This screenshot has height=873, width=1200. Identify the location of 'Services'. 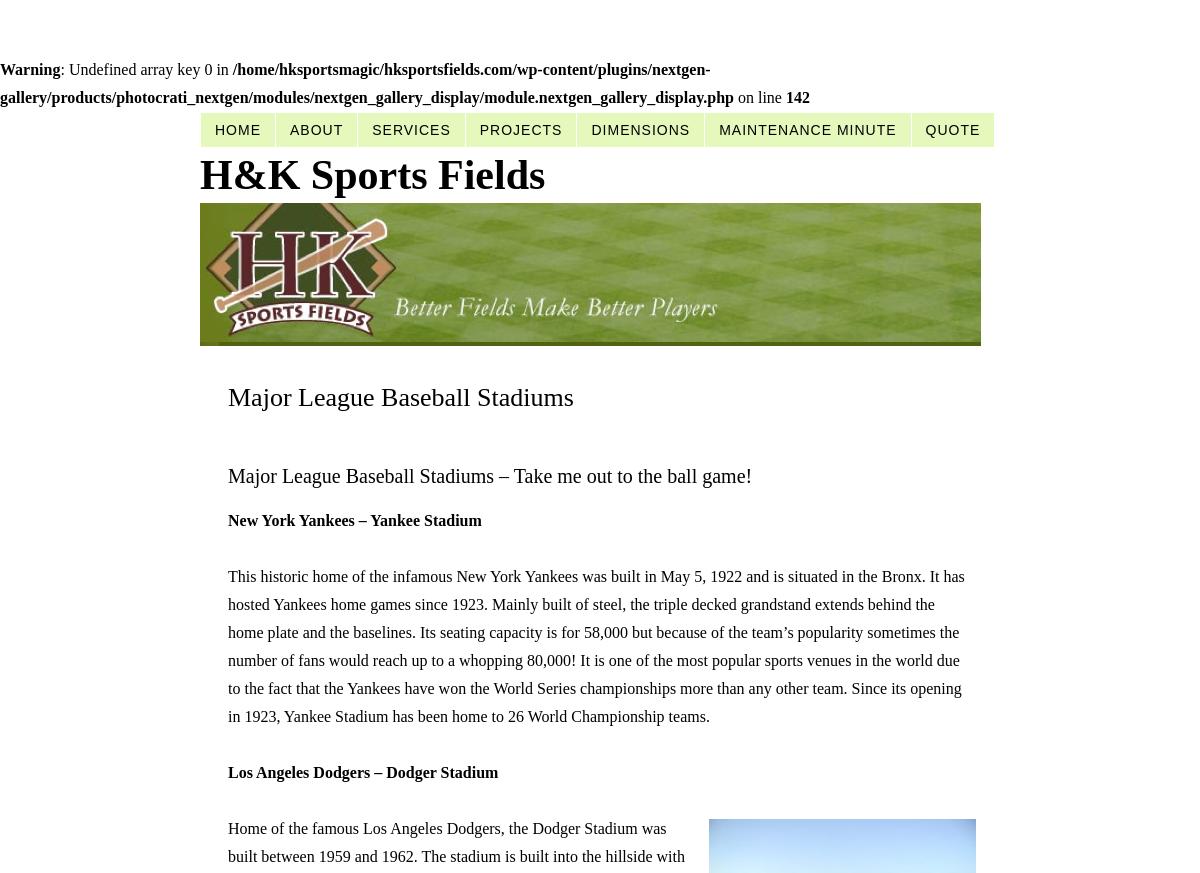
(411, 129).